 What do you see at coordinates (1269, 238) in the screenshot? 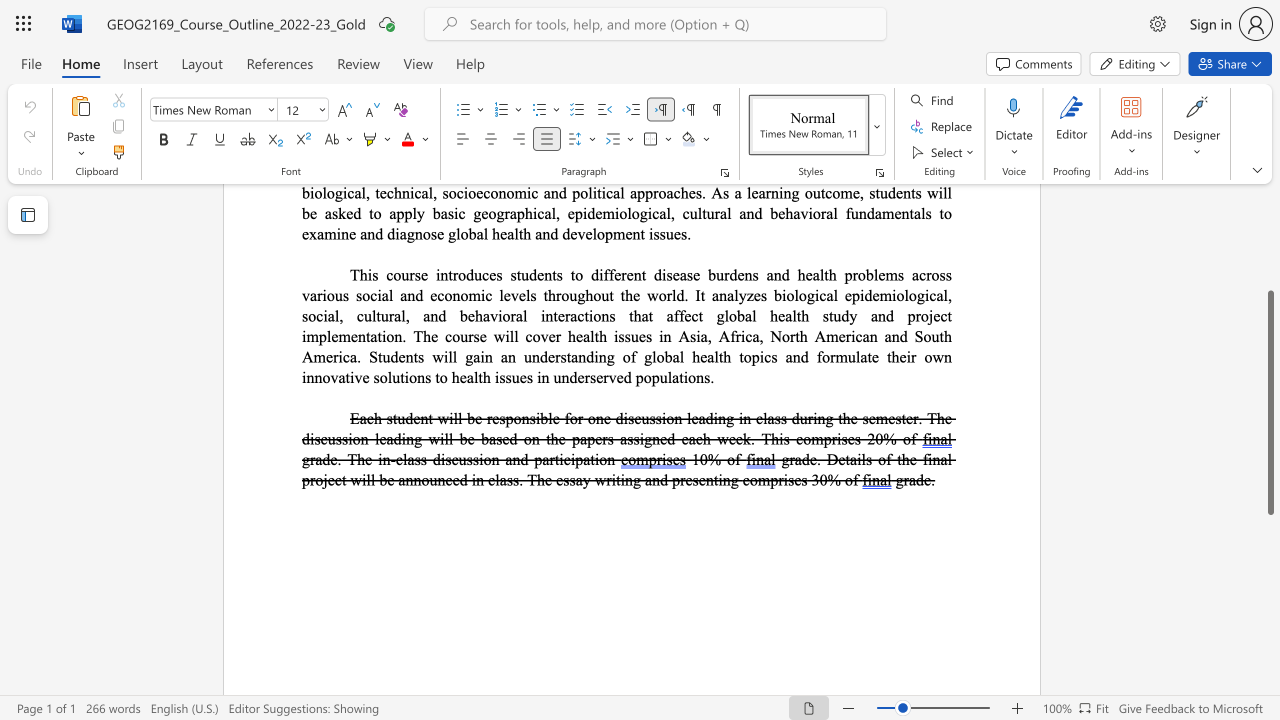
I see `the scrollbar on the right to shift the page higher` at bounding box center [1269, 238].